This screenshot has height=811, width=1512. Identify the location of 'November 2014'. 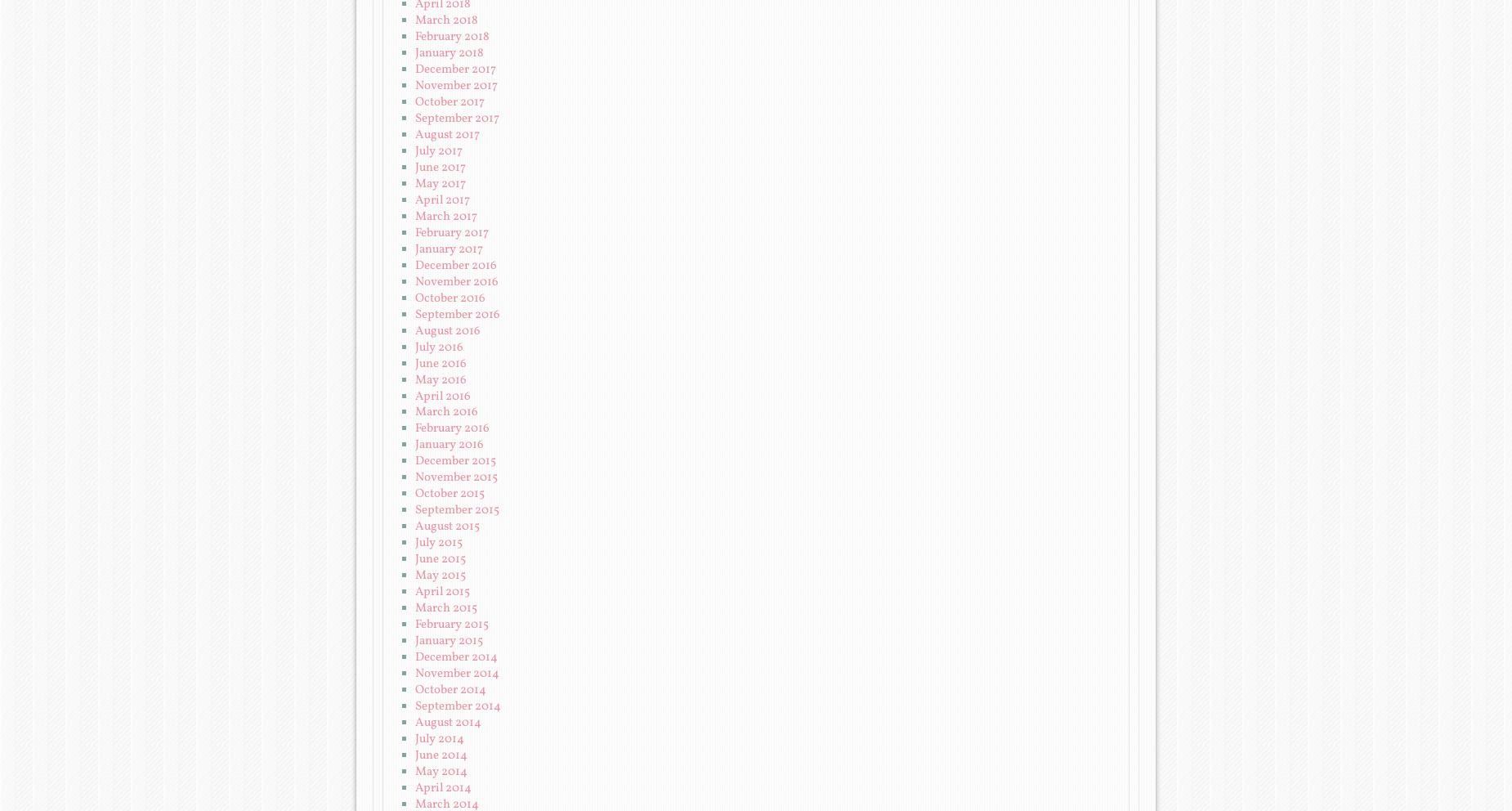
(415, 674).